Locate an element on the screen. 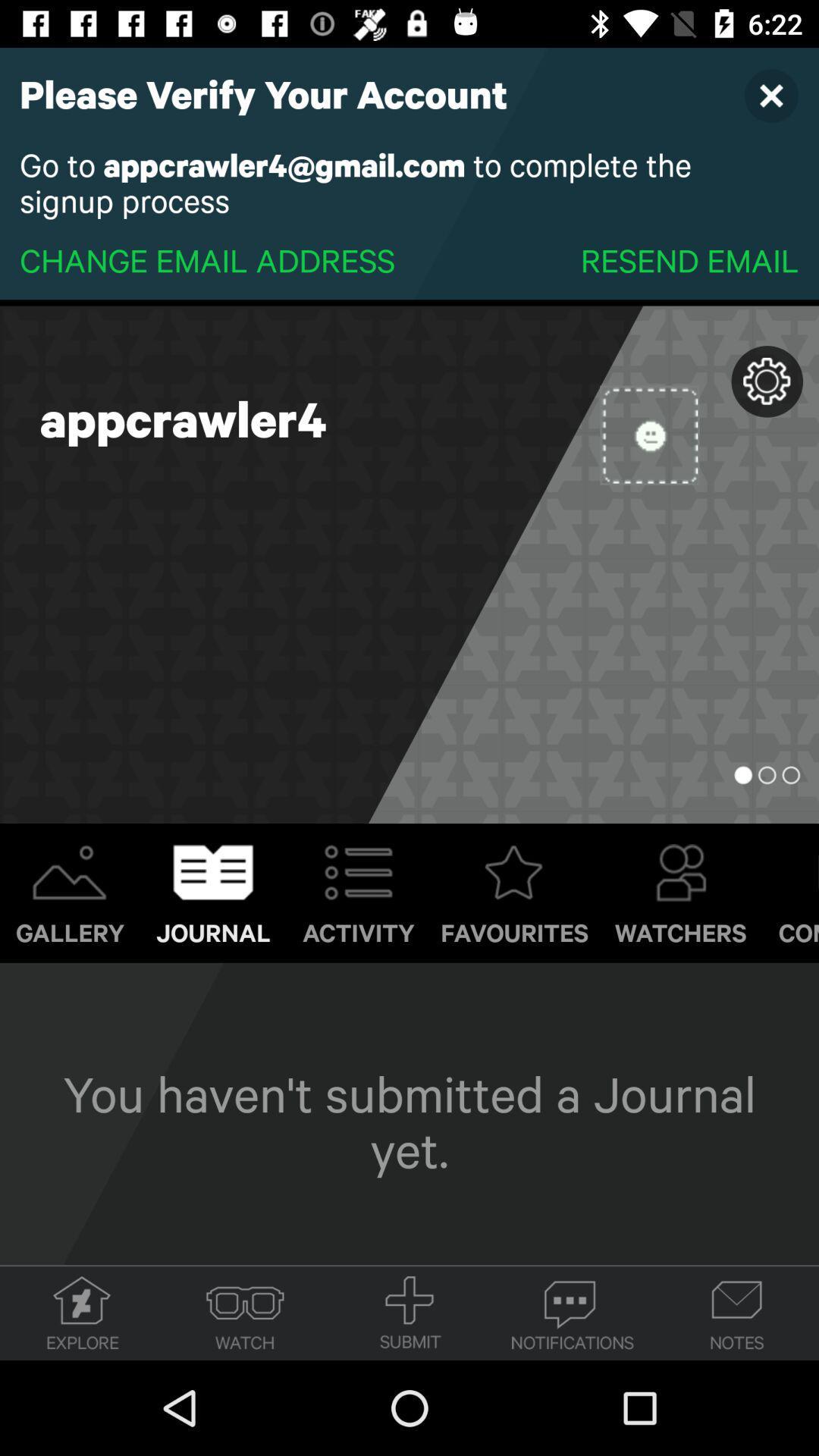 Image resolution: width=819 pixels, height=1456 pixels. item to the right of change email address icon is located at coordinates (689, 259).